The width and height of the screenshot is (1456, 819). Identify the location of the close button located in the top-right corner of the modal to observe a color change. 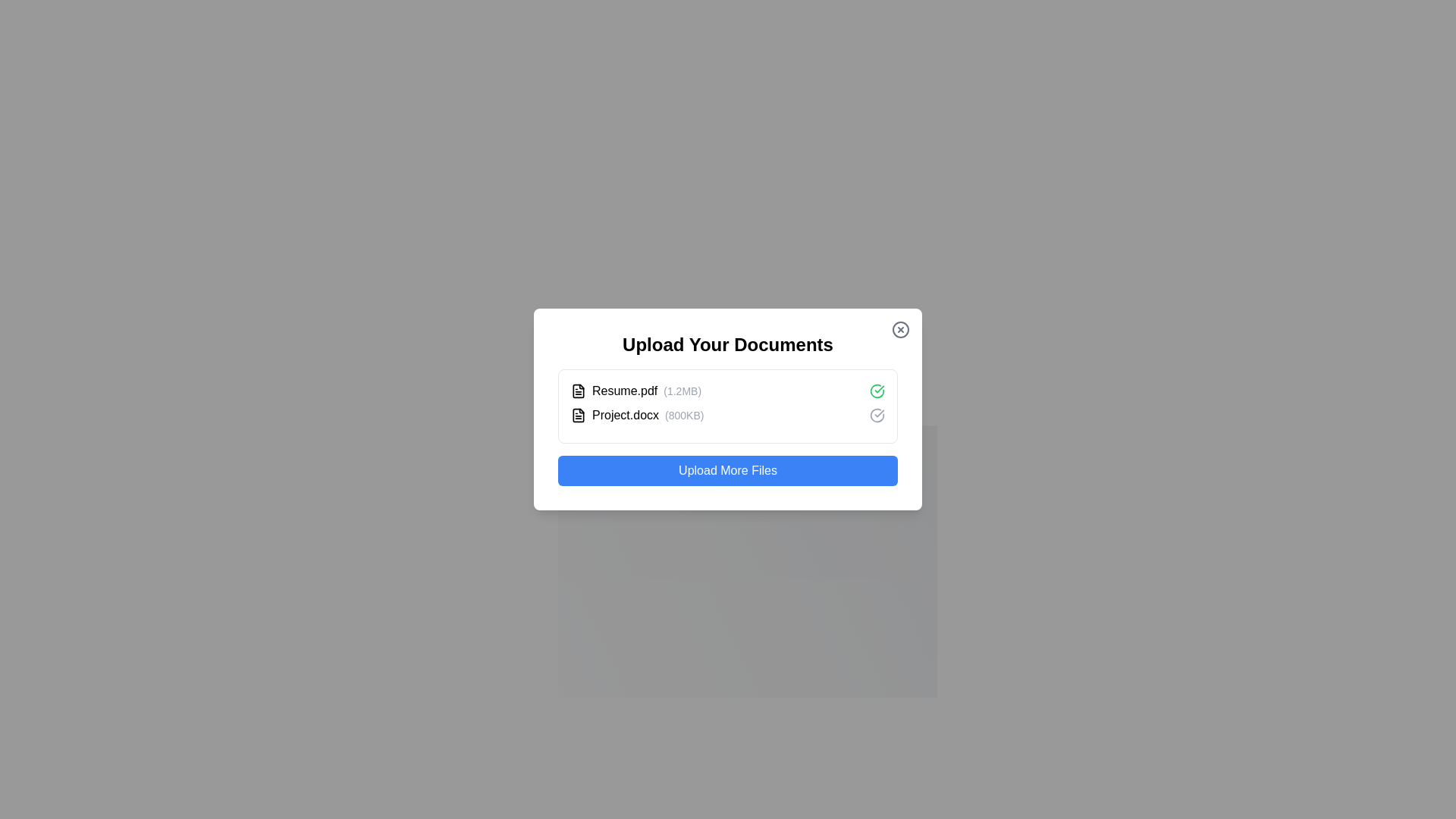
(901, 329).